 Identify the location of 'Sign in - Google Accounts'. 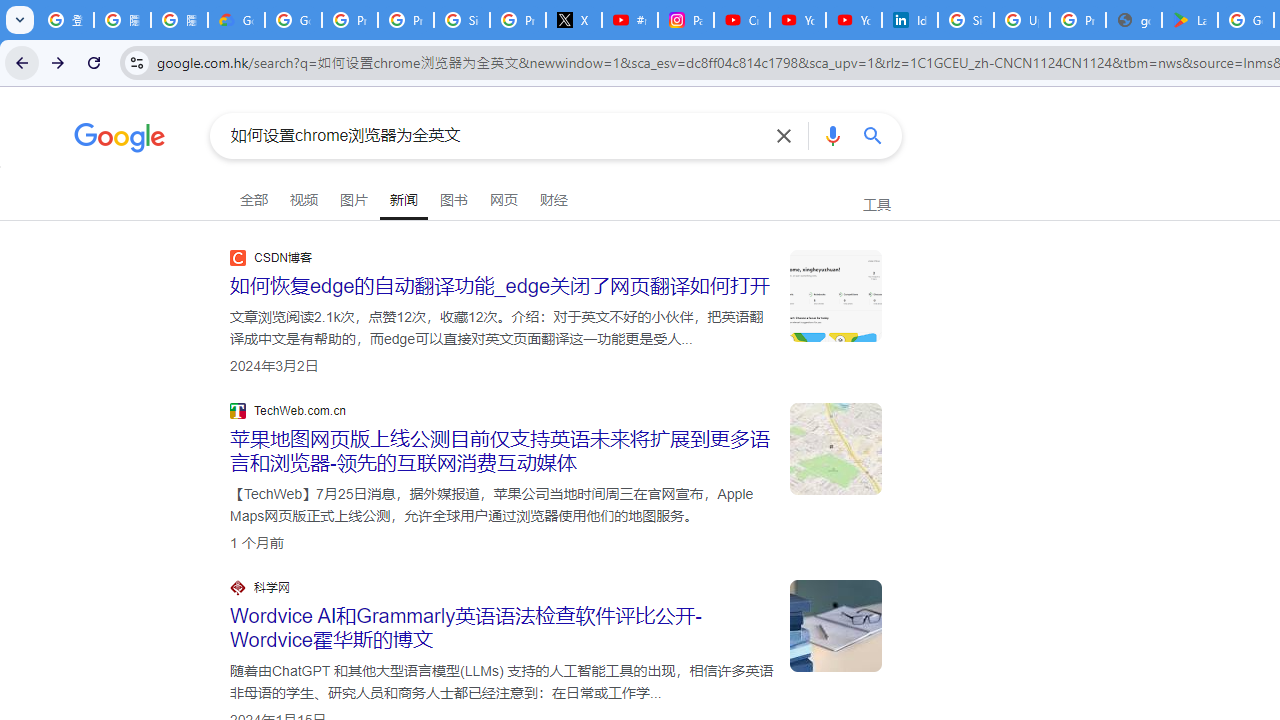
(966, 20).